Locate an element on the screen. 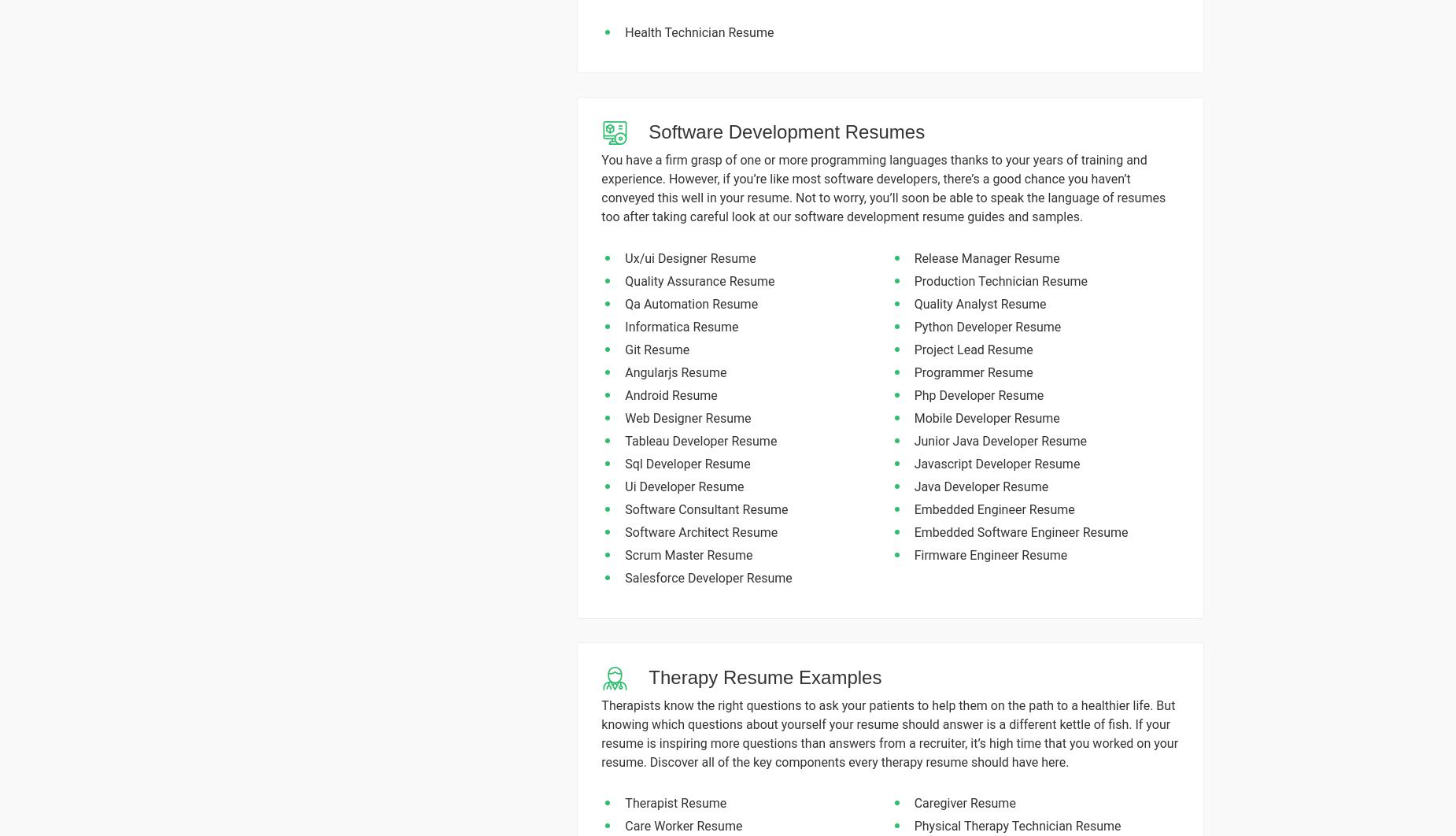 This screenshot has width=1456, height=836. 'Project Lead Resume' is located at coordinates (972, 348).